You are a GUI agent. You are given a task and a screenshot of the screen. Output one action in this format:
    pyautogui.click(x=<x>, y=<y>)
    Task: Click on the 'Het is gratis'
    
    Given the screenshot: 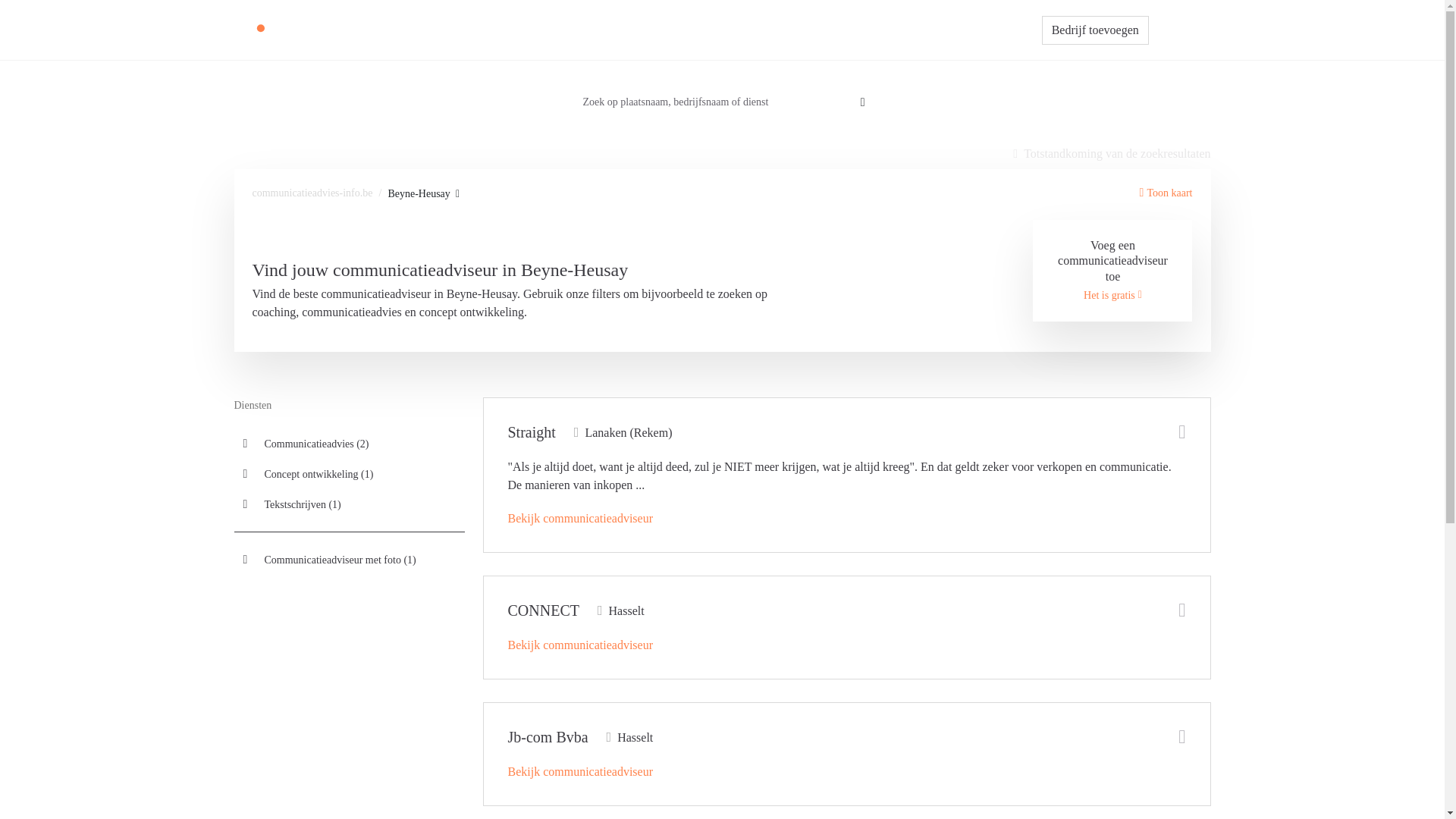 What is the action you would take?
    pyautogui.click(x=1112, y=295)
    